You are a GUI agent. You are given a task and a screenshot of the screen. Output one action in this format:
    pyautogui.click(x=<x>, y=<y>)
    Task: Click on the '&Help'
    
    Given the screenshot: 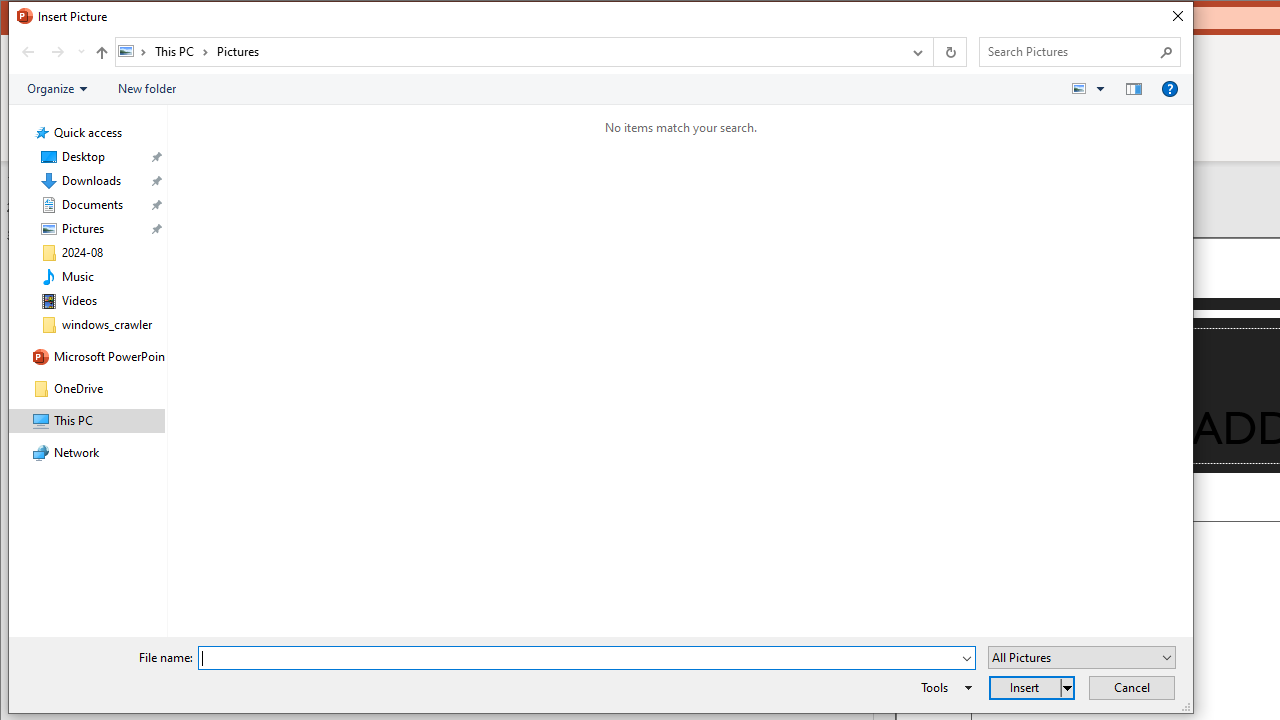 What is the action you would take?
    pyautogui.click(x=1169, y=88)
    